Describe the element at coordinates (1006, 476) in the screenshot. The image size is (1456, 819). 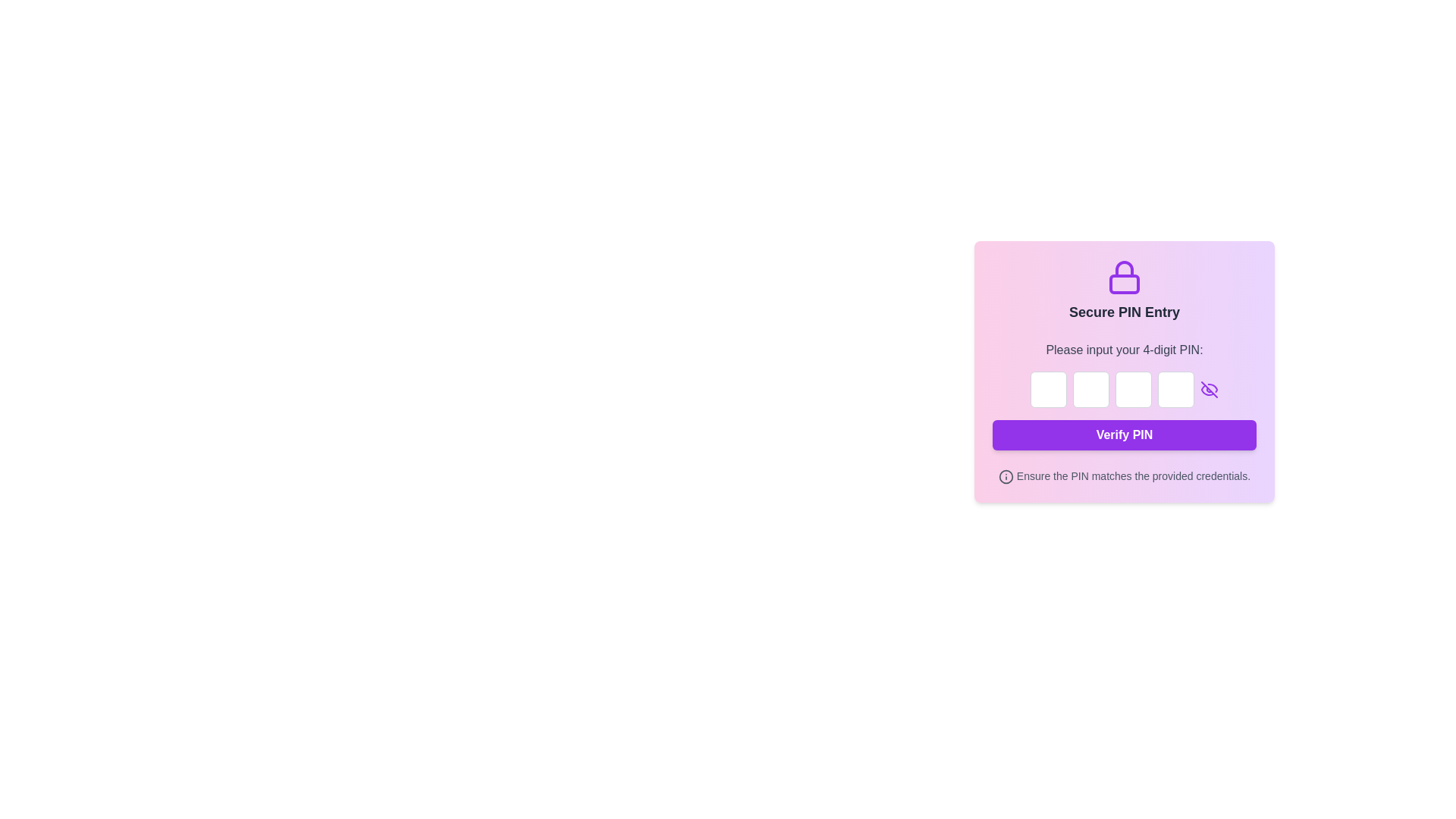
I see `the circular icon with an information symbol, located to the left of the text 'Ensure the PIN matches the provided credentials.'` at that location.